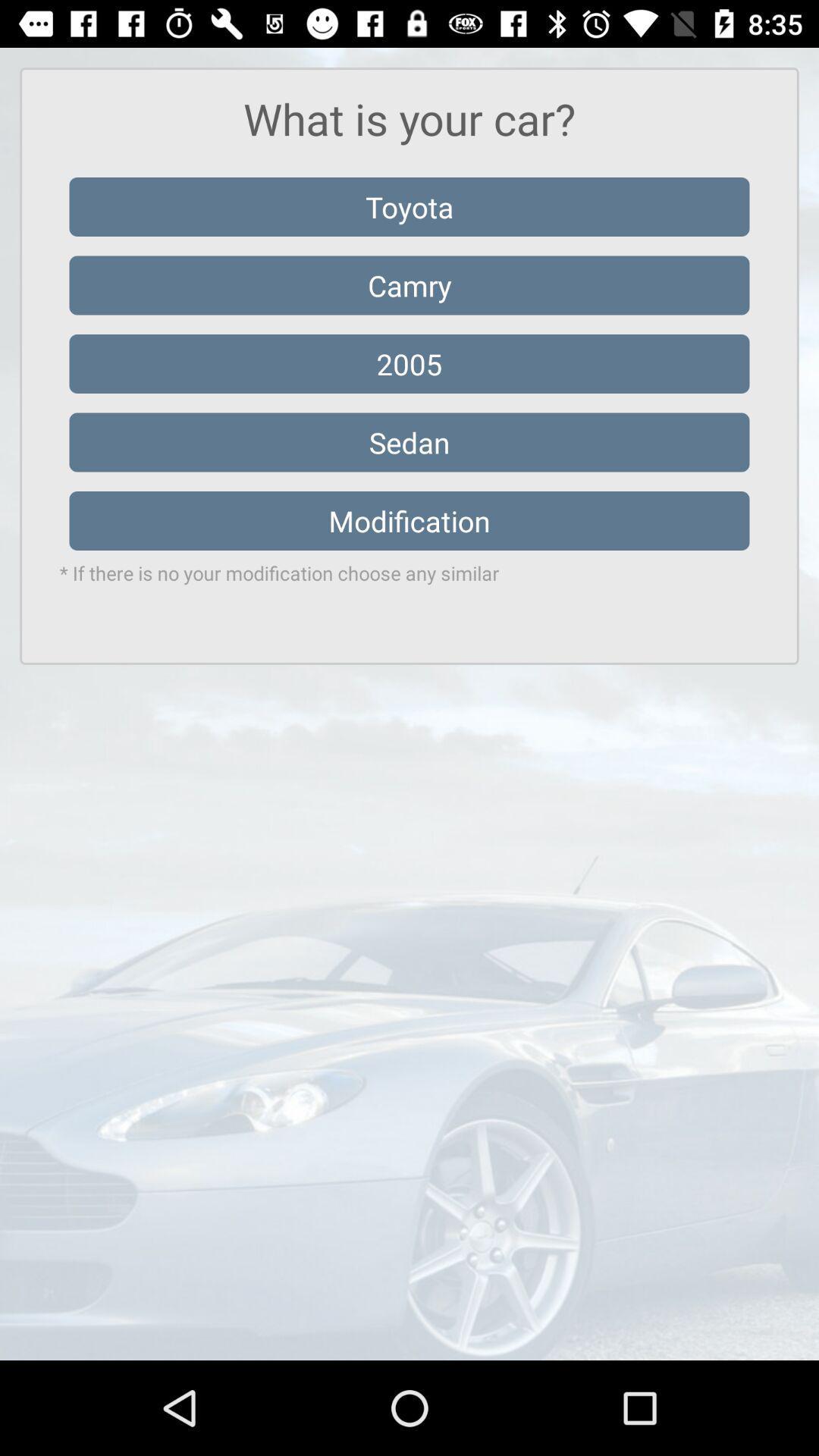 The width and height of the screenshot is (819, 1456). I want to click on the camry icon, so click(409, 285).